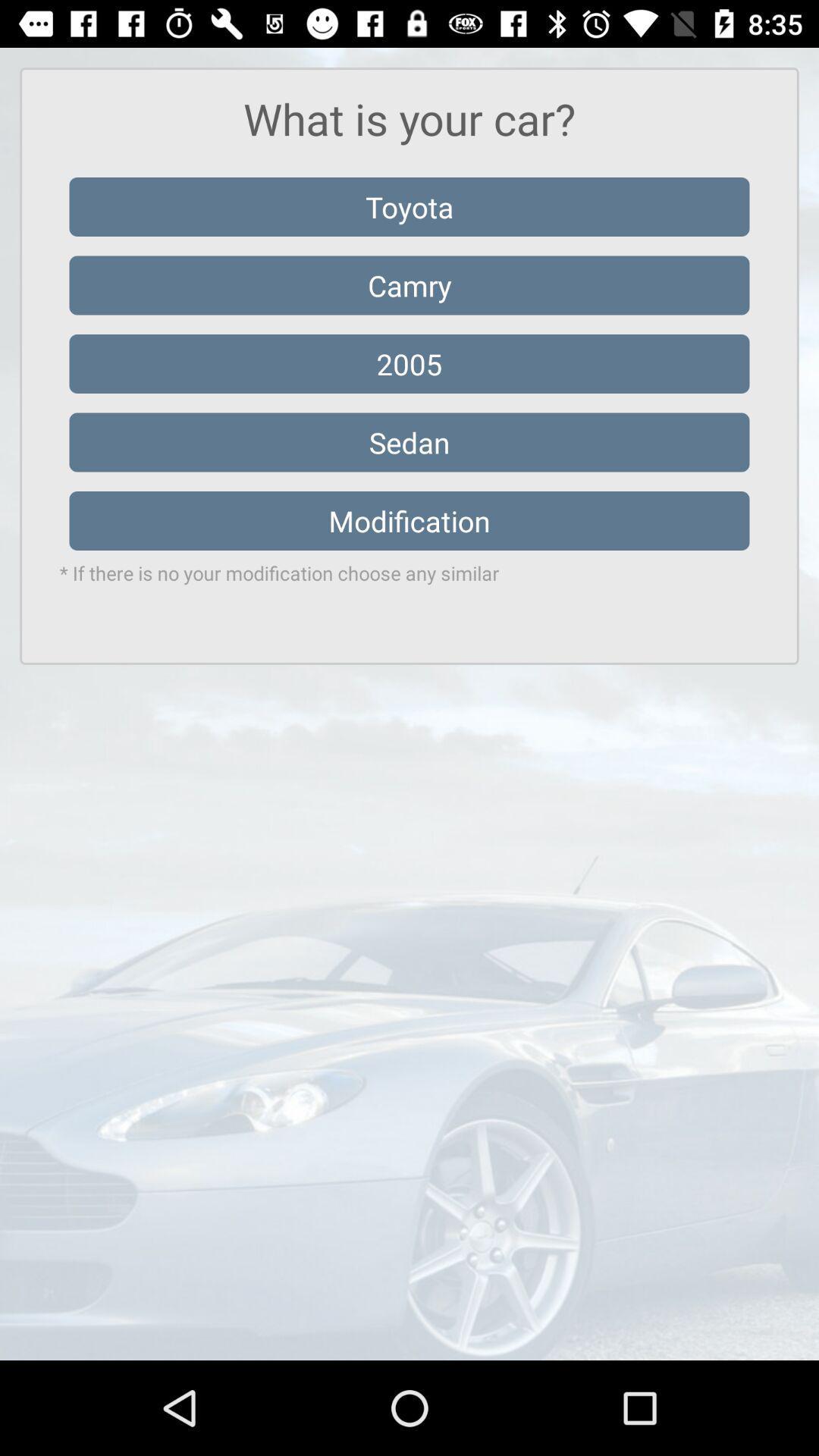 The width and height of the screenshot is (819, 1456). I want to click on the camry icon, so click(409, 285).